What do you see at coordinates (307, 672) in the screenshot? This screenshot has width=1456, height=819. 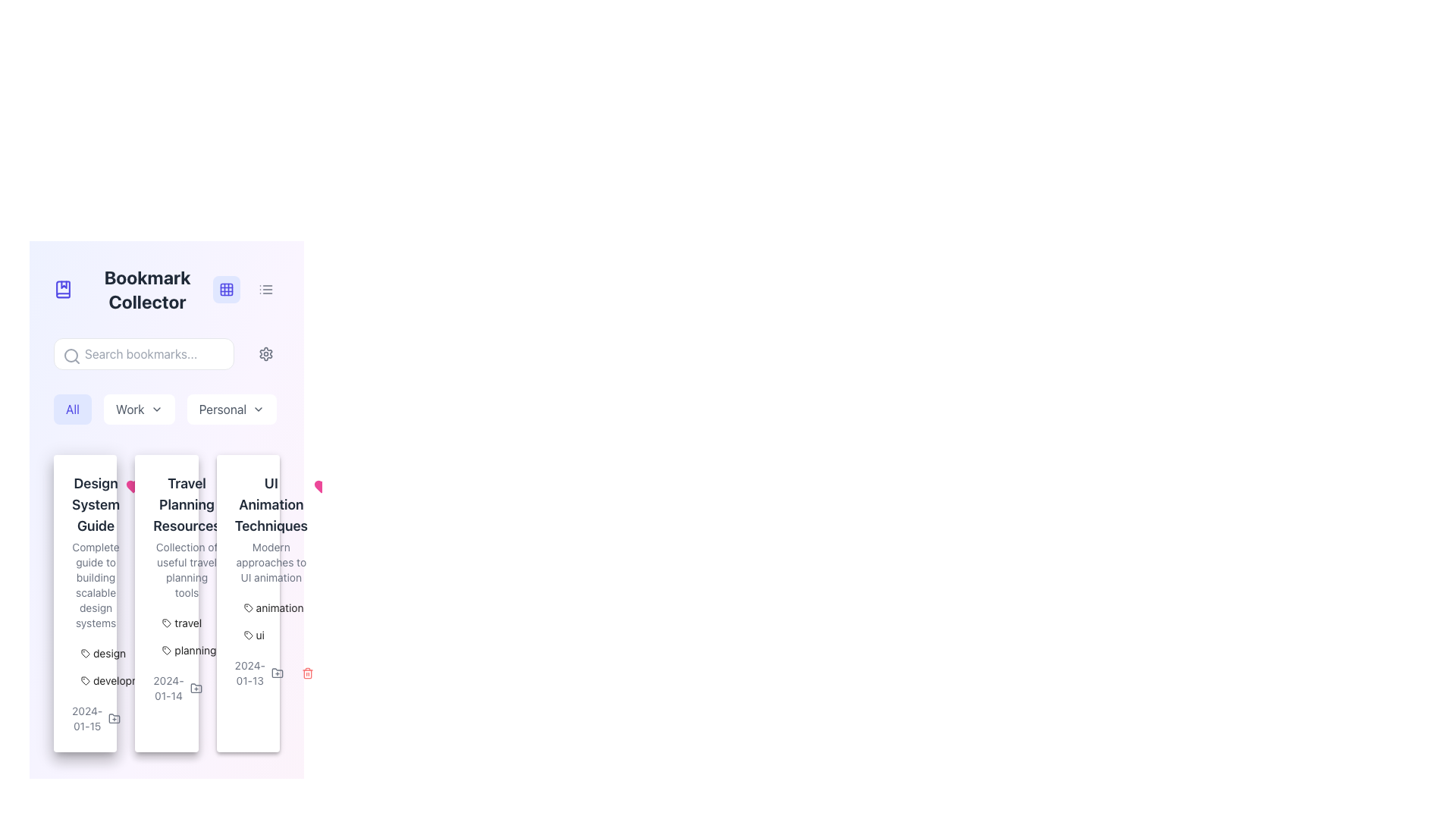 I see `the delete action icon located near the bottom-right of the third vertical list item labeled 'UI Animation Techniques'` at bounding box center [307, 672].